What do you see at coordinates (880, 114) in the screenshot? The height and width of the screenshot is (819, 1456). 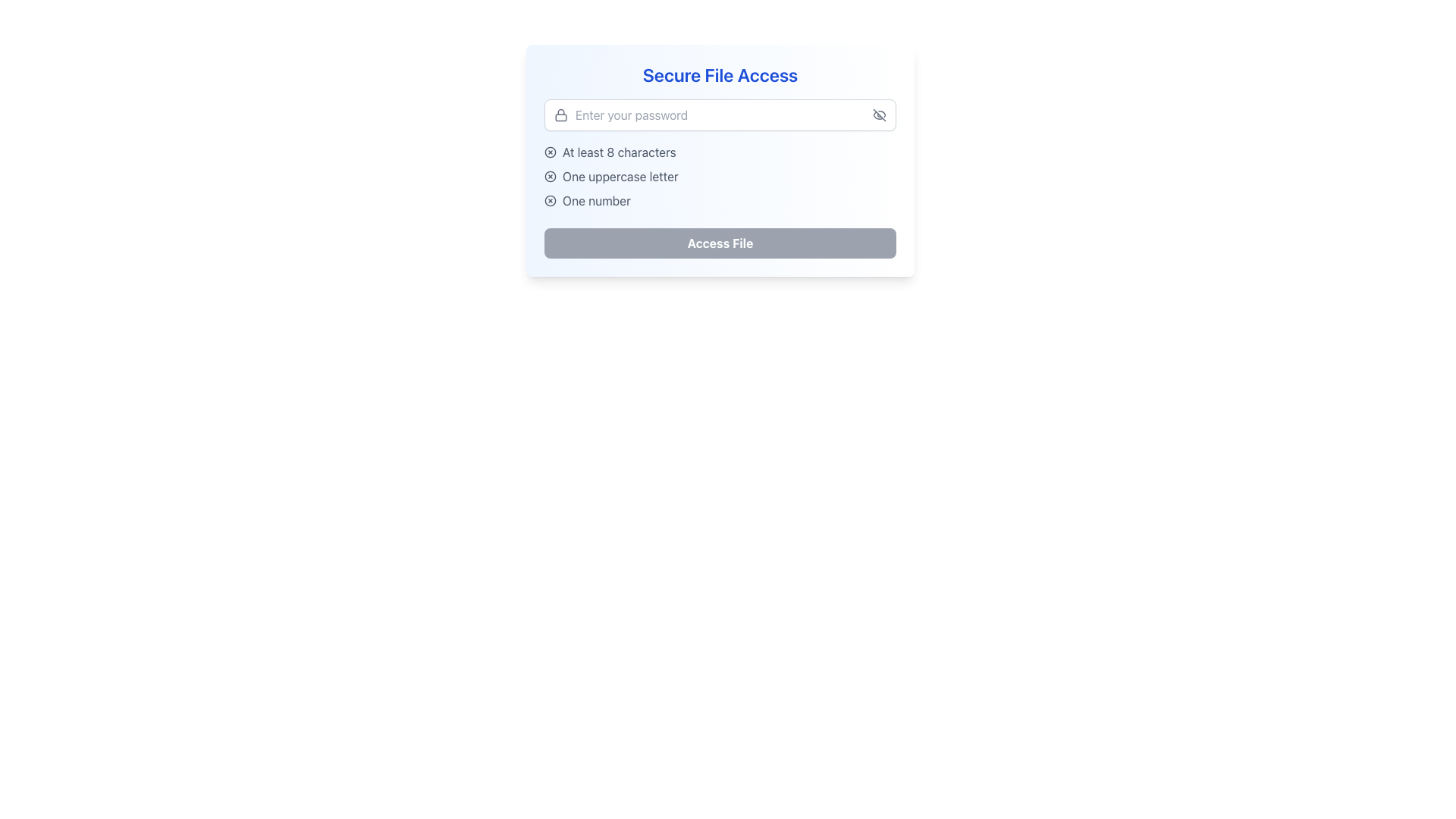 I see `the icon button located on the right side of the password input field` at bounding box center [880, 114].